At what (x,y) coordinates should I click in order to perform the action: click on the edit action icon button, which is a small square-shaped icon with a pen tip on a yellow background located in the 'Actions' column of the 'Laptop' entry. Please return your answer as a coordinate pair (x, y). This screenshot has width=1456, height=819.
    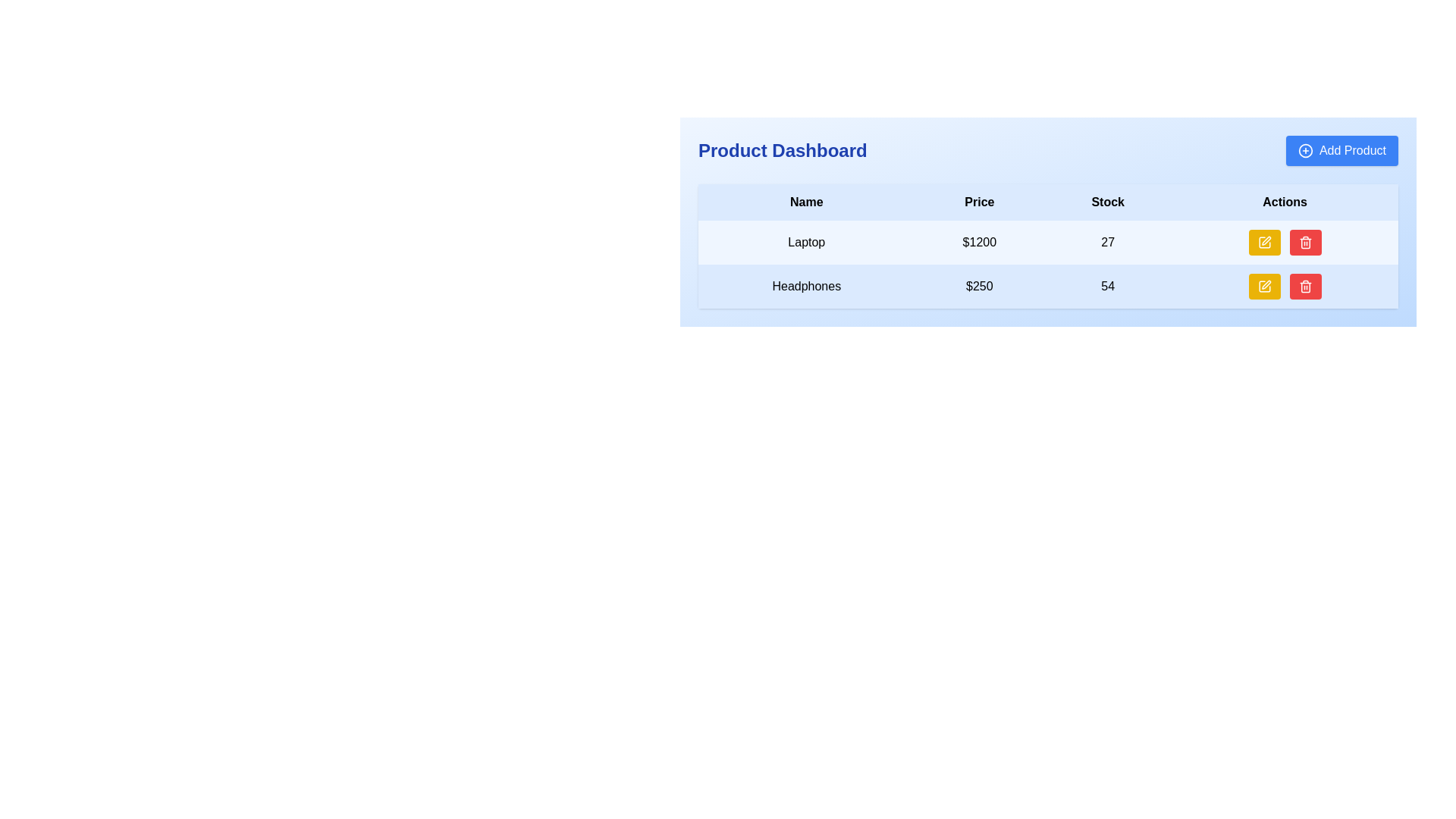
    Looking at the image, I should click on (1264, 242).